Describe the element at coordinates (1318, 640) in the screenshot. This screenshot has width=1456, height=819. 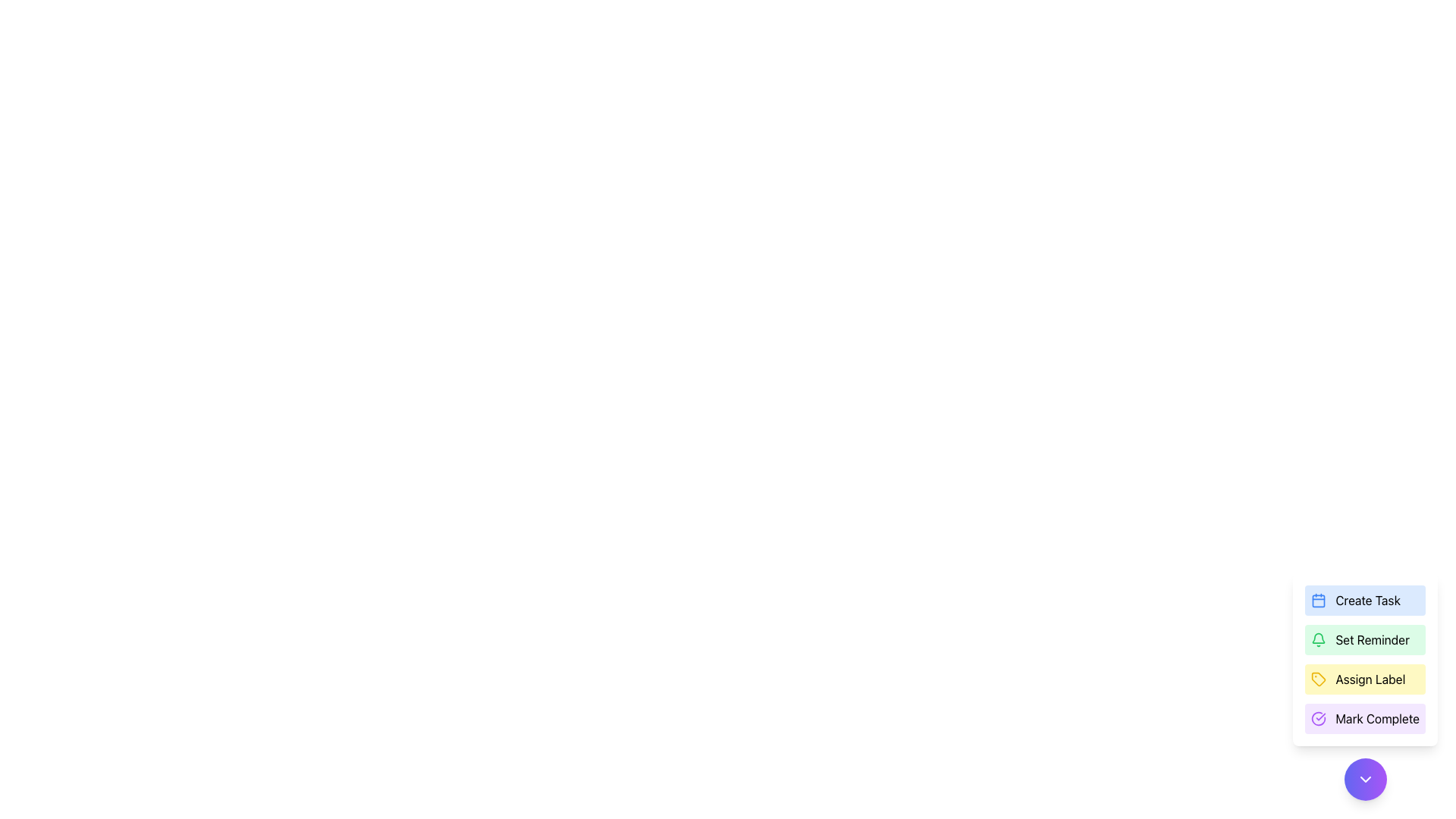
I see `the reminder-setting icon located in the second item of the vertically arranged menu list, which is visually represented alongside the 'Set Reminder' text` at that location.